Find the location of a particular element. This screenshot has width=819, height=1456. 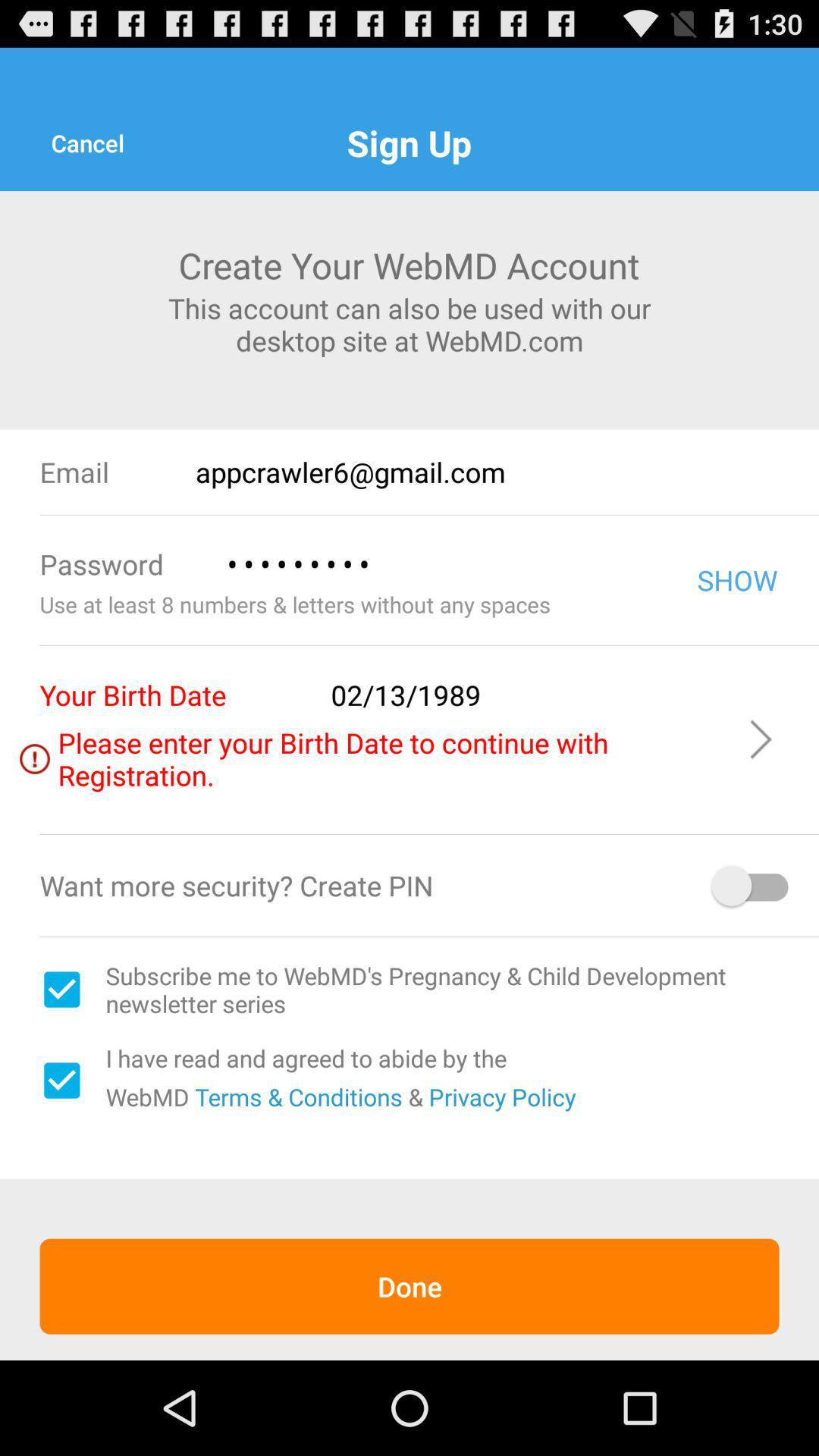

activate pin is located at coordinates (752, 886).